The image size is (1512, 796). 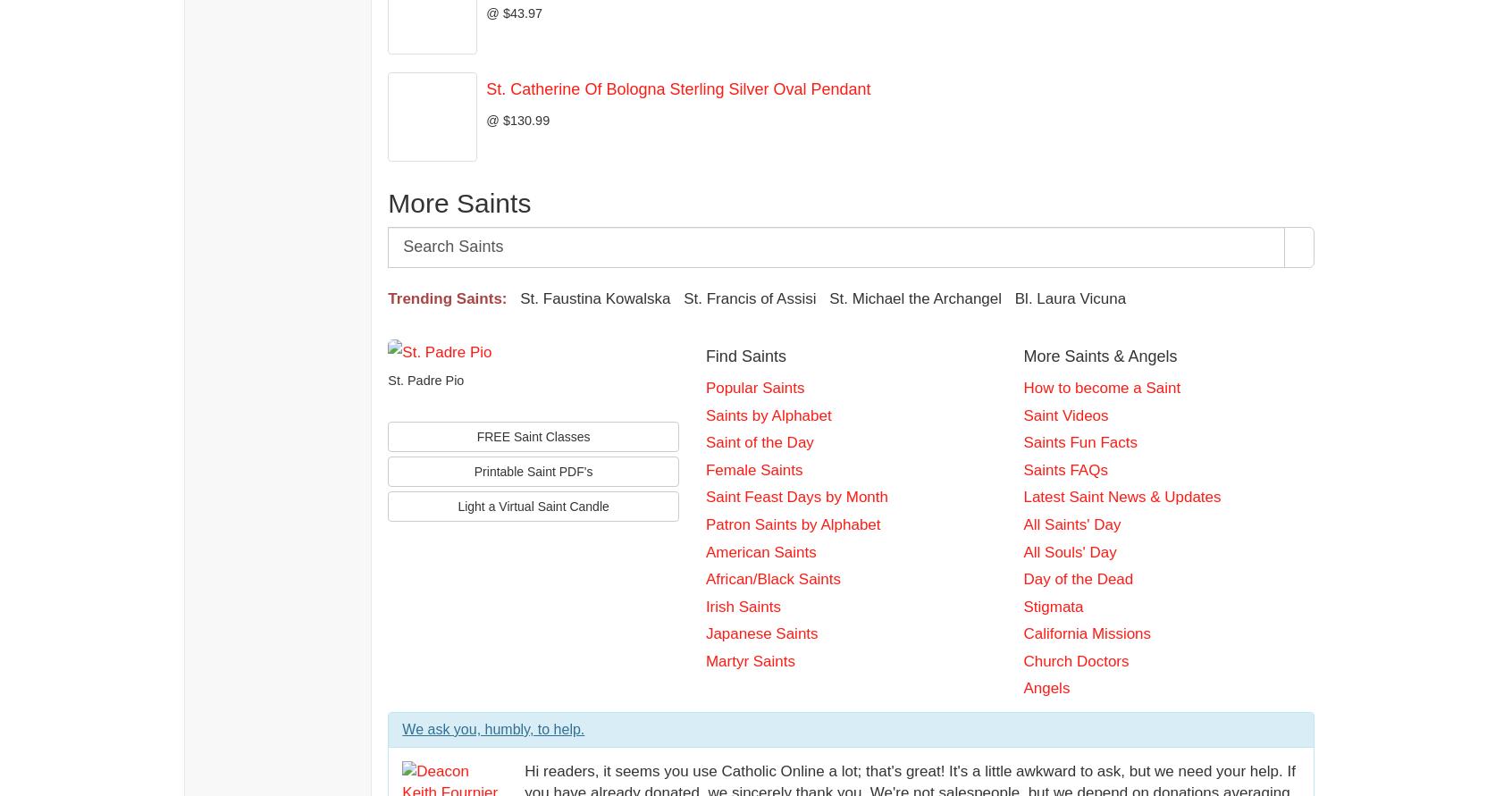 What do you see at coordinates (1076, 660) in the screenshot?
I see `'Church Doctors'` at bounding box center [1076, 660].